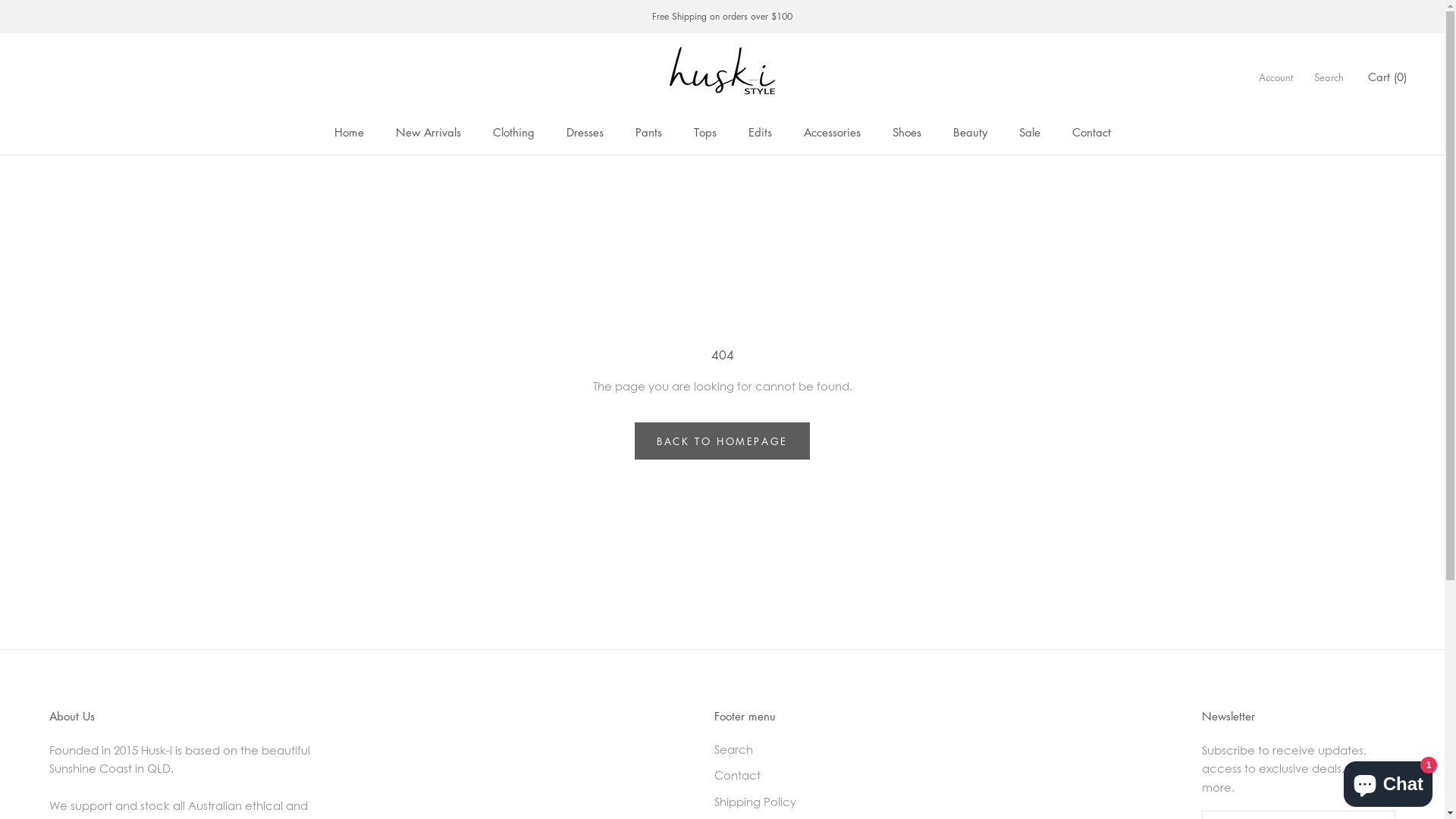 This screenshot has height=819, width=1456. Describe the element at coordinates (704, 130) in the screenshot. I see `'Tops` at that location.